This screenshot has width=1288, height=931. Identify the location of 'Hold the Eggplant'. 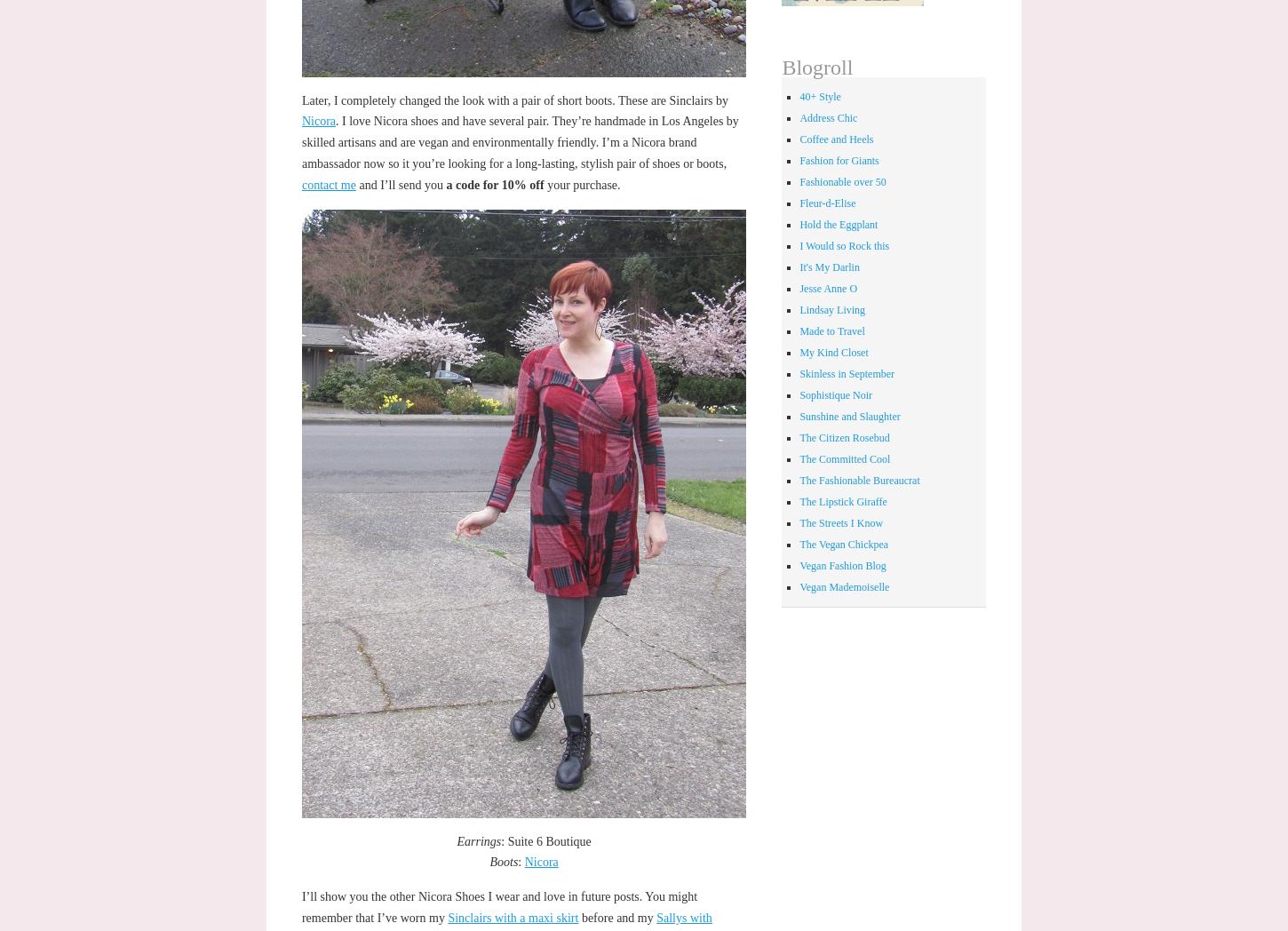
(837, 224).